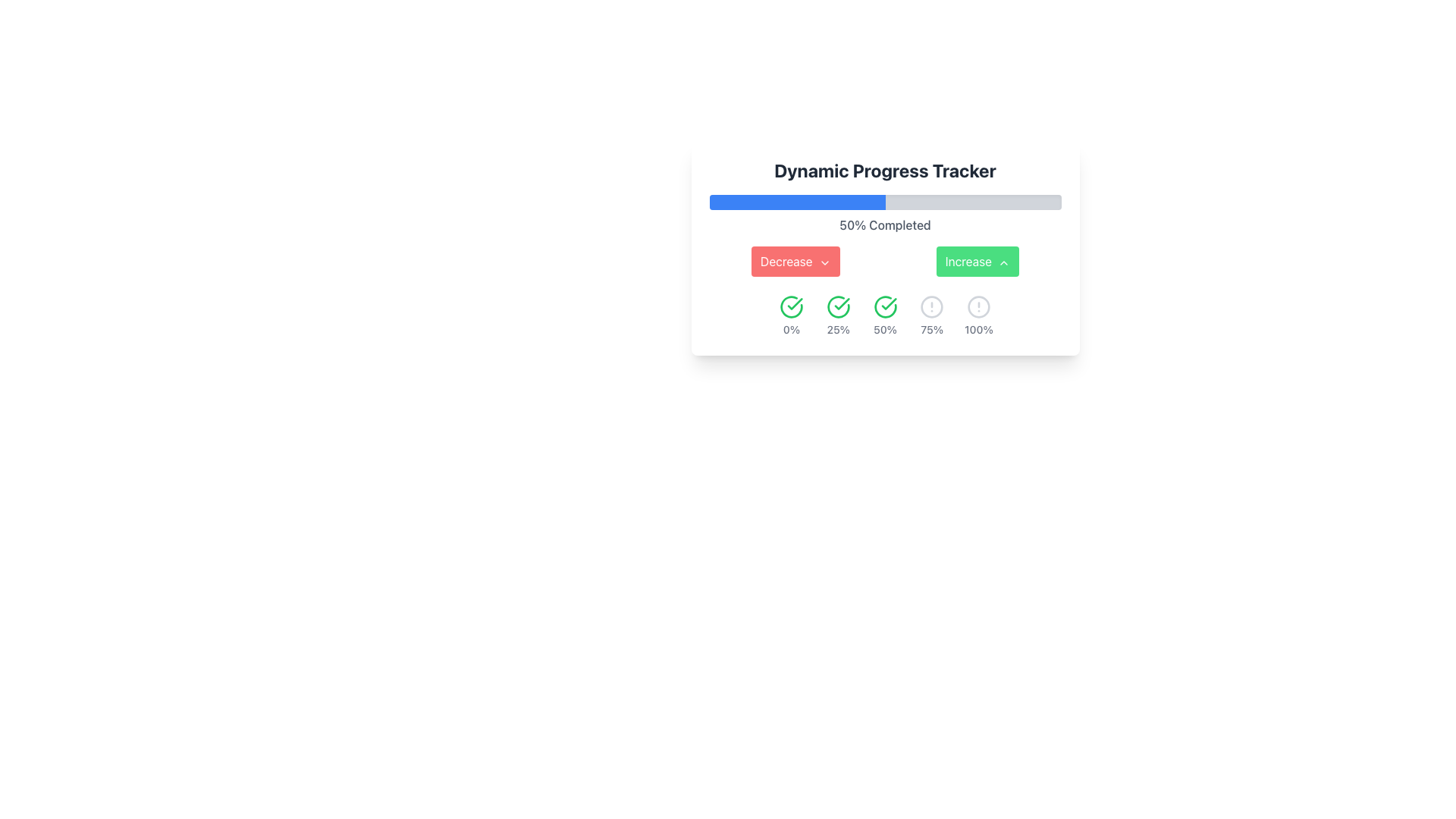 This screenshot has width=1456, height=819. What do you see at coordinates (837, 307) in the screenshot?
I see `the completed stage icon that indicates the 25% achievement in the progress tracker, located on the bottom row under the '25%' label` at bounding box center [837, 307].